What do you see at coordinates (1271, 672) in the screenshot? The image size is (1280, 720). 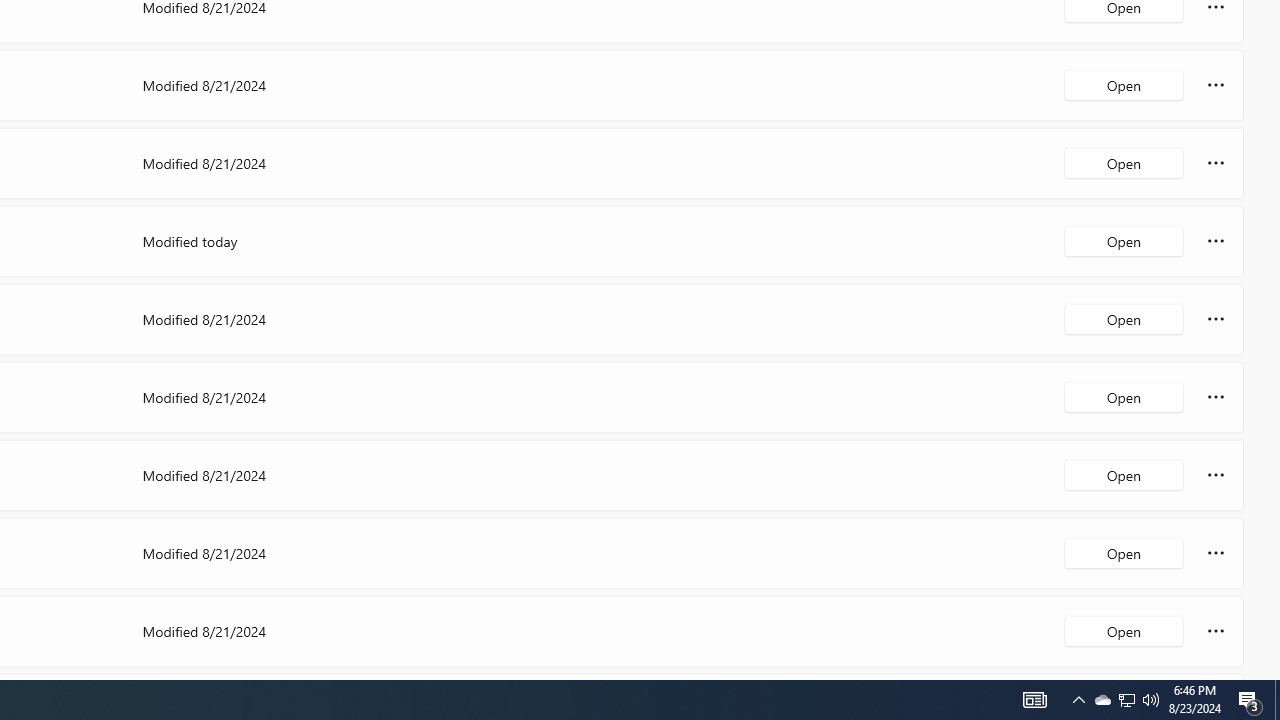 I see `'Vertical Small Increase'` at bounding box center [1271, 672].